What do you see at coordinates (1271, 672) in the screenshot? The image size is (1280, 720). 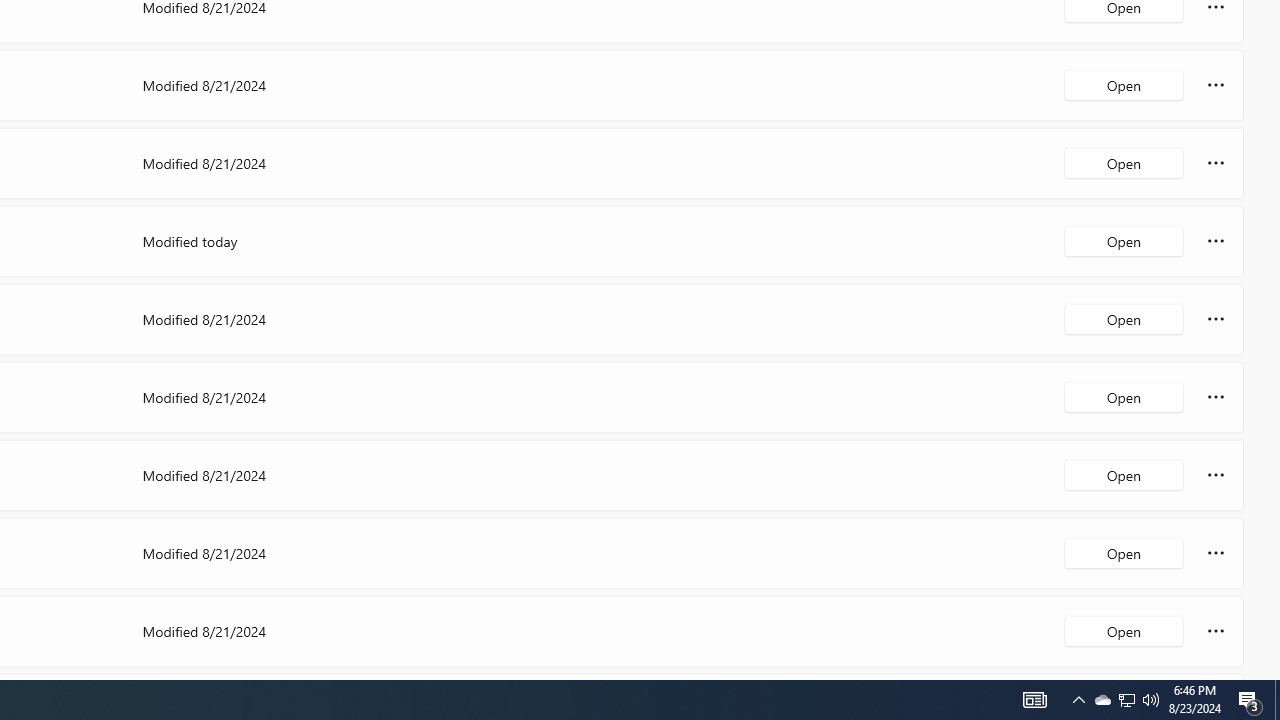 I see `'Vertical Small Increase'` at bounding box center [1271, 672].